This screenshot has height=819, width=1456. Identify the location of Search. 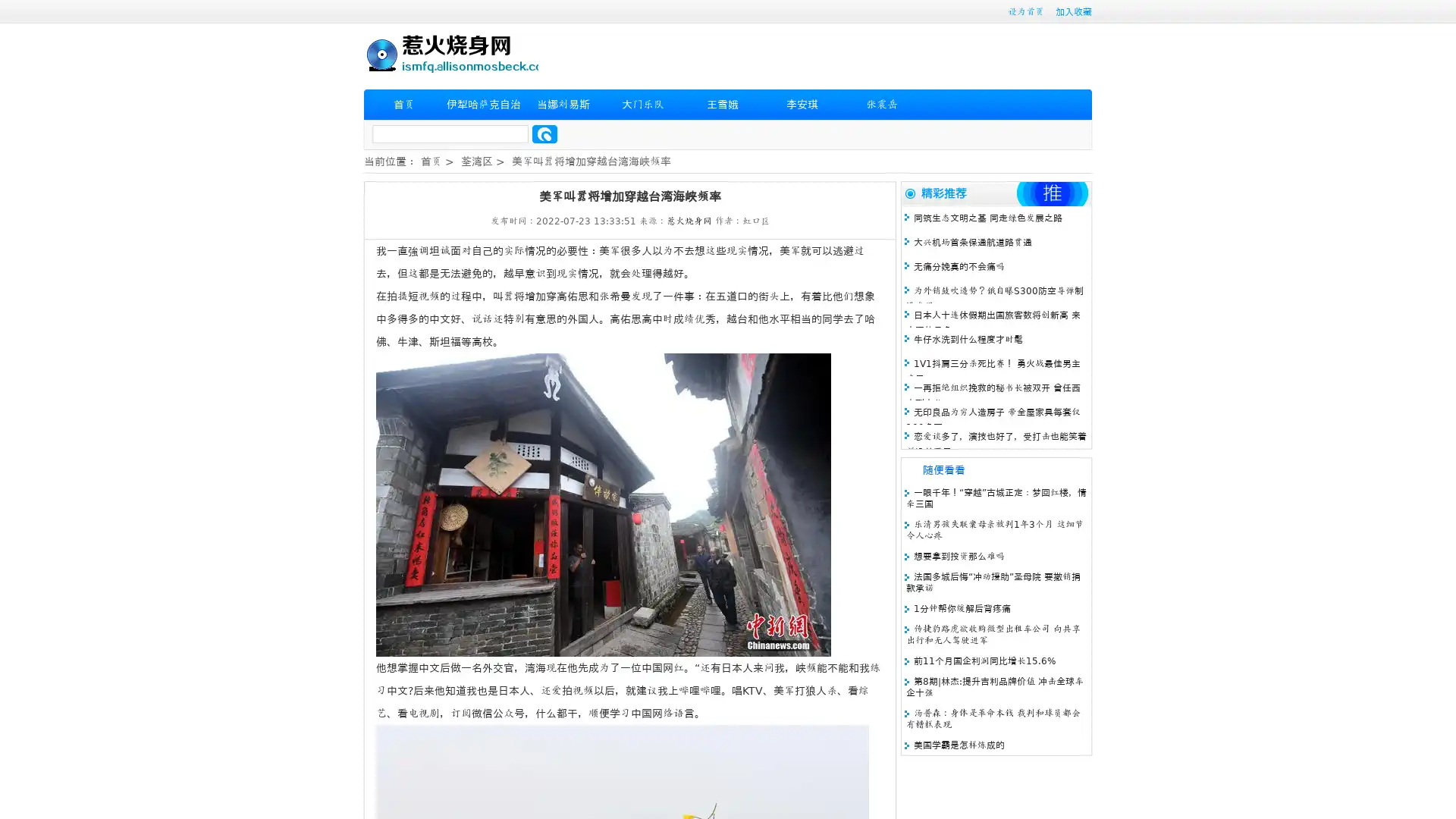
(544, 133).